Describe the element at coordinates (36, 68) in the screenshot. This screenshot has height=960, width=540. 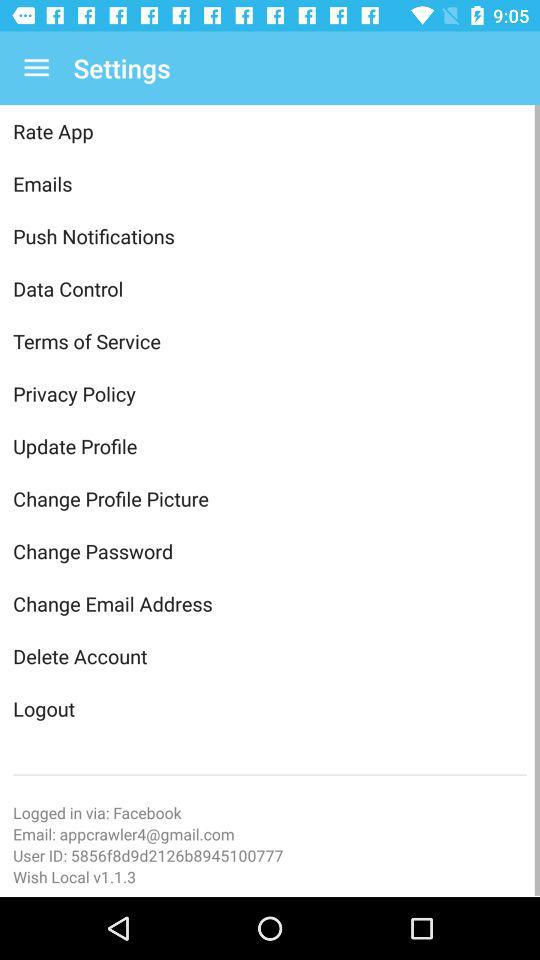
I see `icon to the left of the settings icon` at that location.